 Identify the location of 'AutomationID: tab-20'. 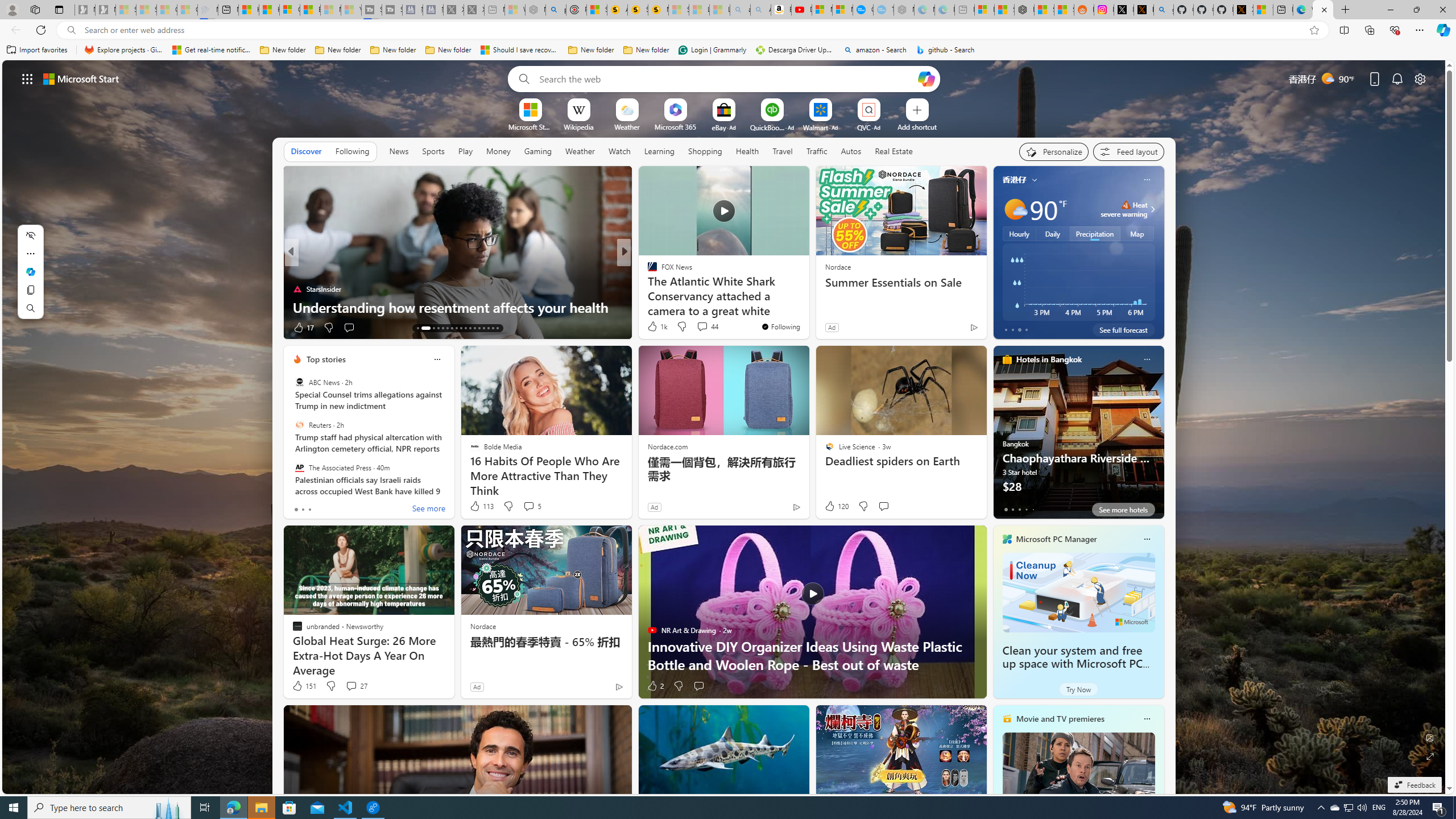
(456, 328).